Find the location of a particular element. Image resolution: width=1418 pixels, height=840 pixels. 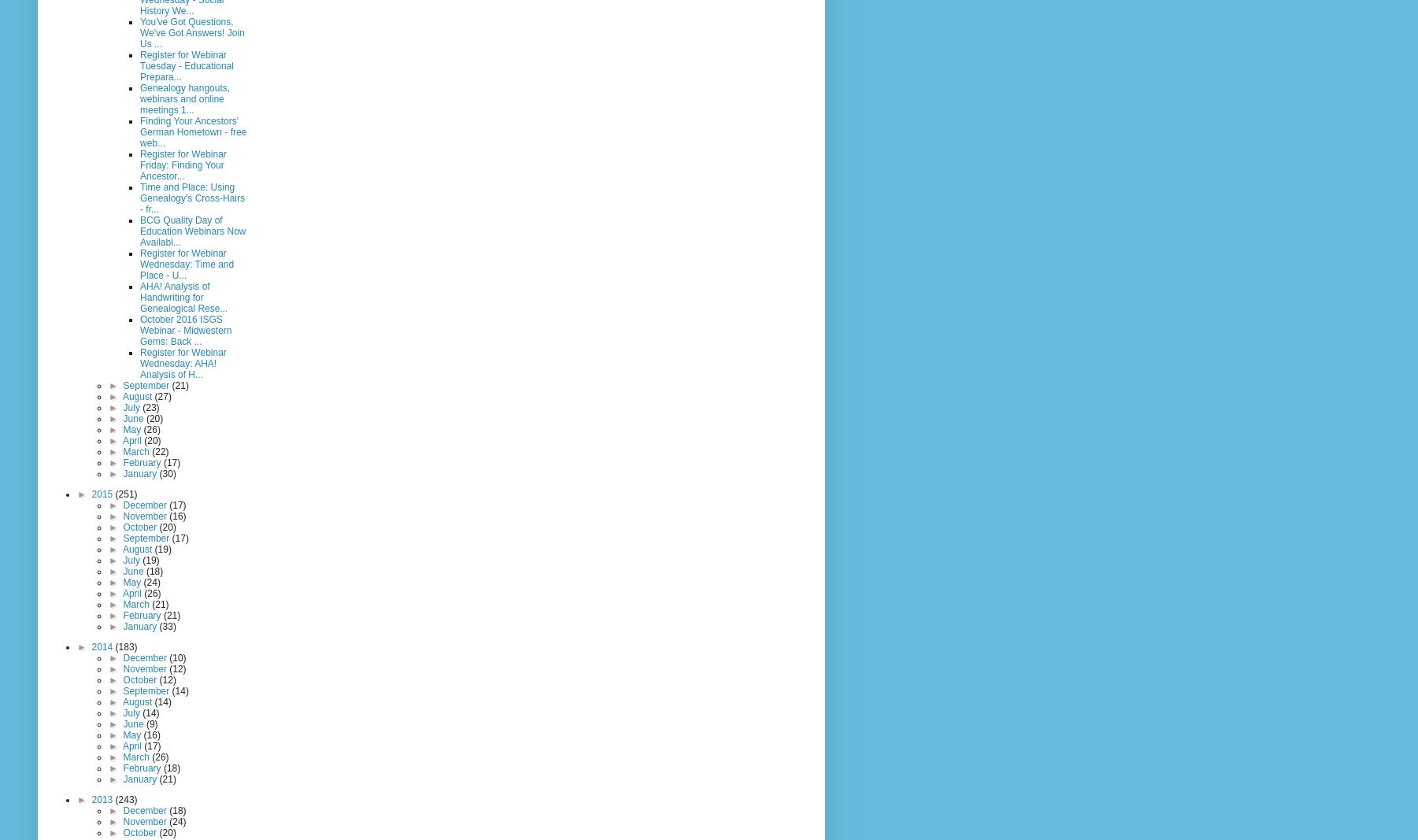

'Time and Place: Using Genealogy's Cross-Hairs - fr...' is located at coordinates (191, 197).